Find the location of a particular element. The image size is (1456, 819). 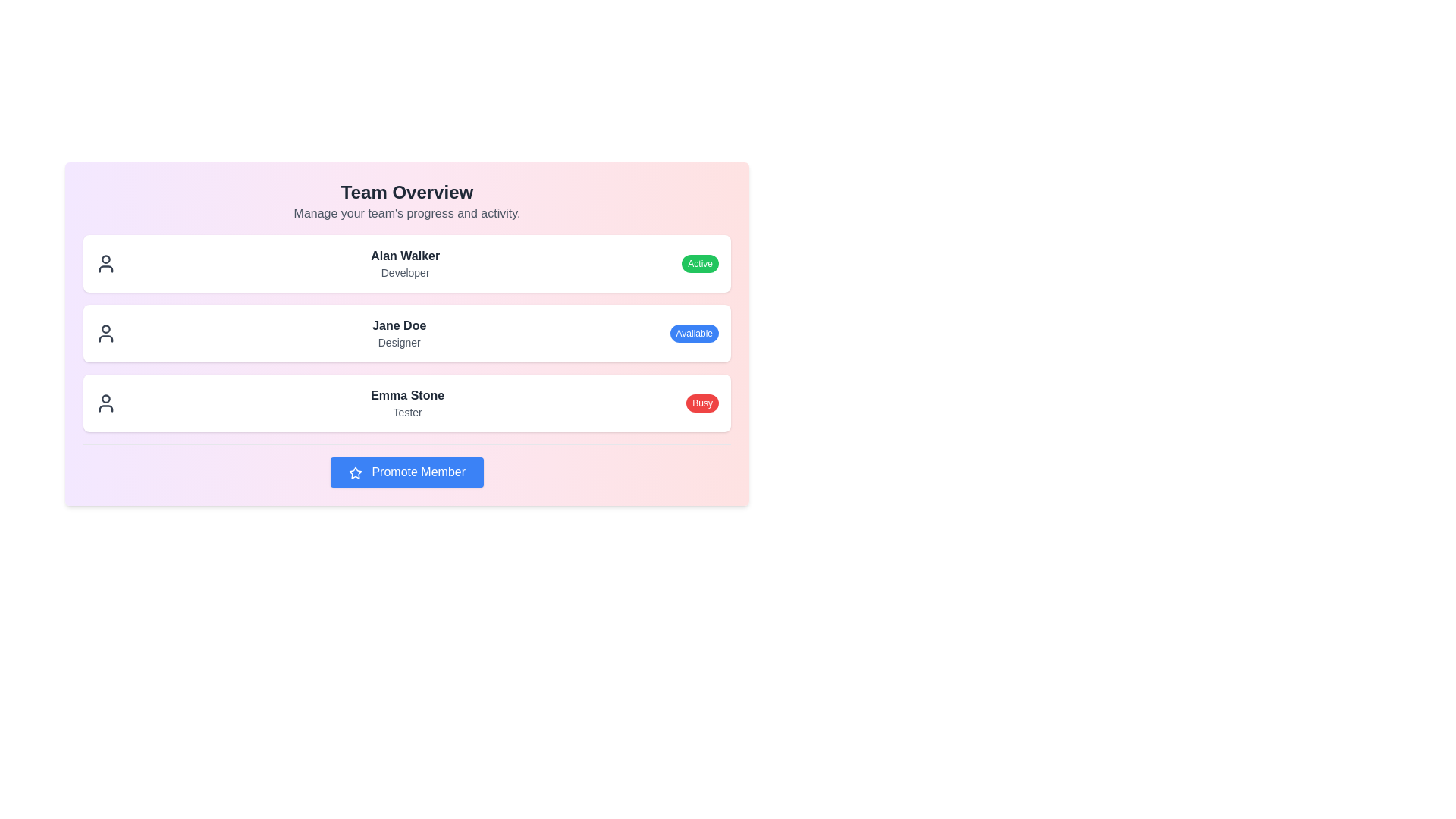

the section with a gradient background containing the heading 'Team Overview' is located at coordinates (407, 332).